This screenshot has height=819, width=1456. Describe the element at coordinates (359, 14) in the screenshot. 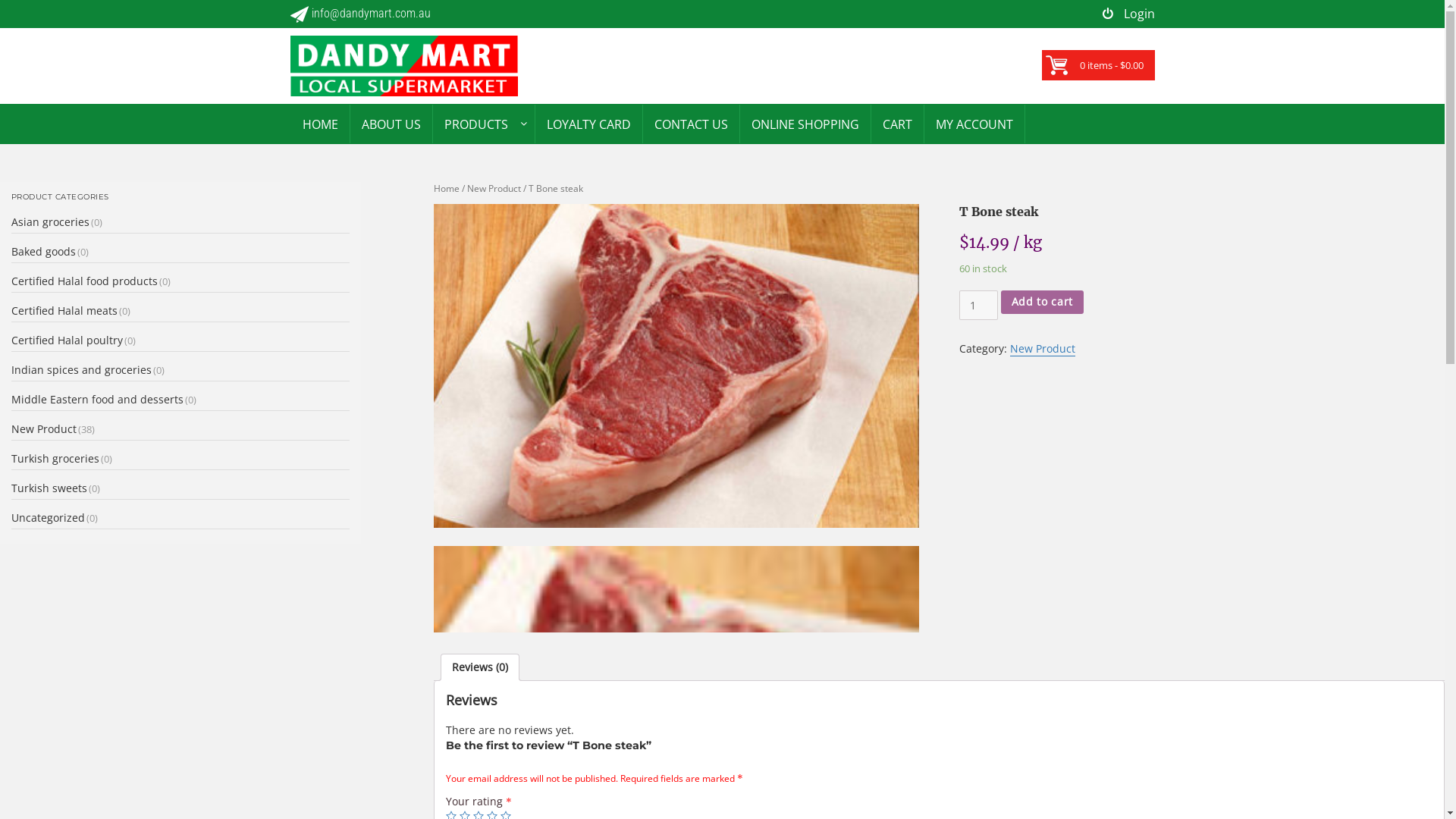

I see `'info@dandymart.com.au'` at that location.